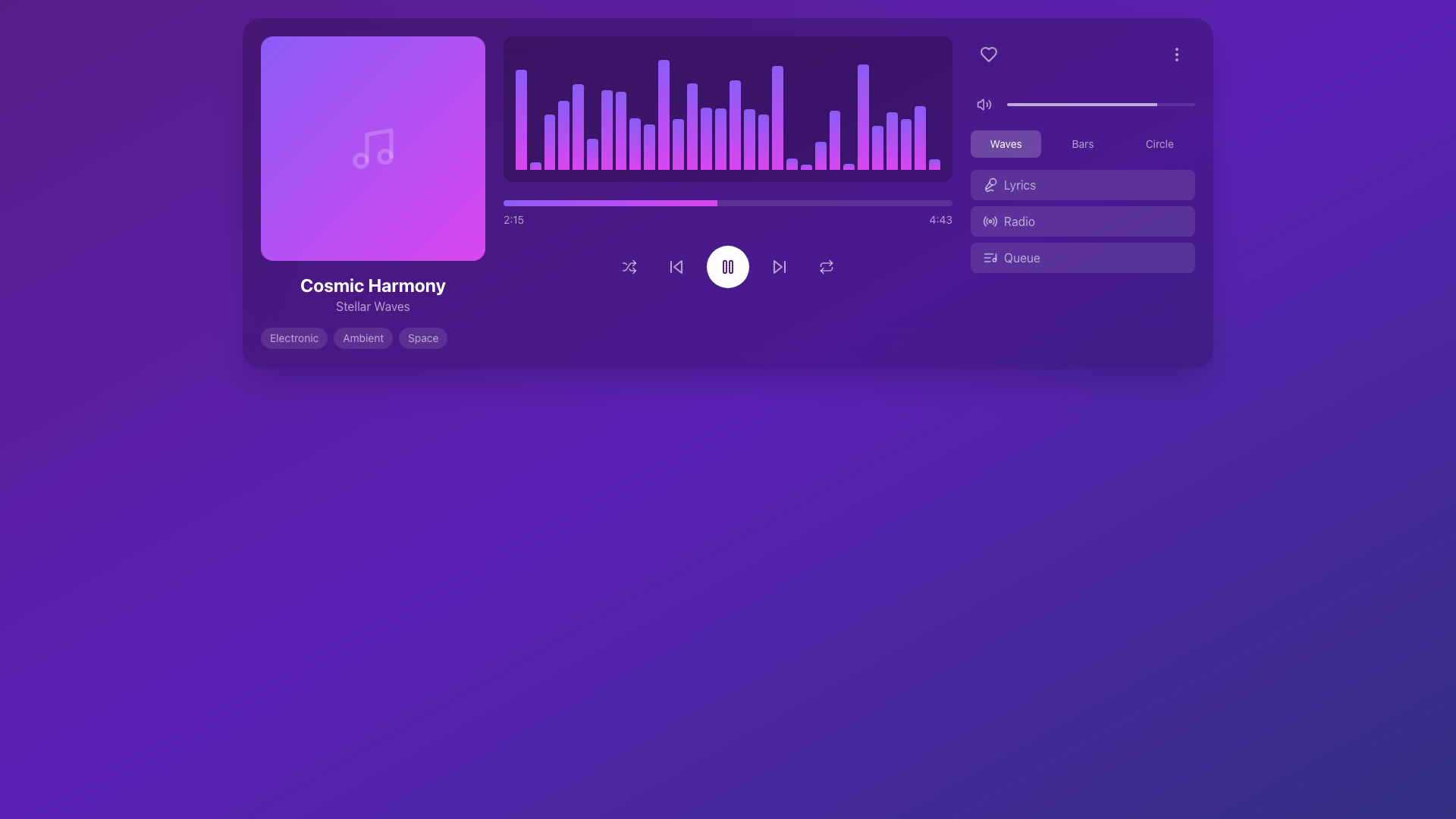  Describe the element at coordinates (723, 265) in the screenshot. I see `the left vertical rectangle of the pause icon, which is styled in white on a dark purple background, located at the center of the playback controls` at that location.